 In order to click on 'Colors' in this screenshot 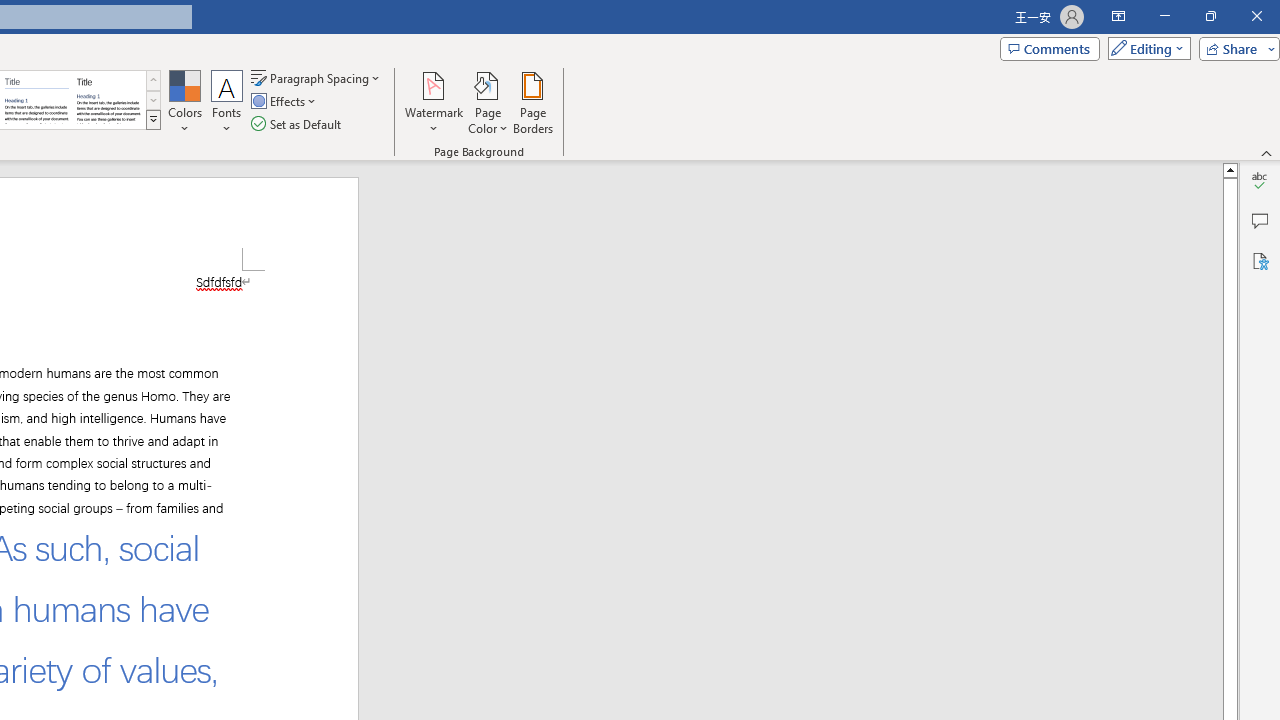, I will do `click(184, 103)`.